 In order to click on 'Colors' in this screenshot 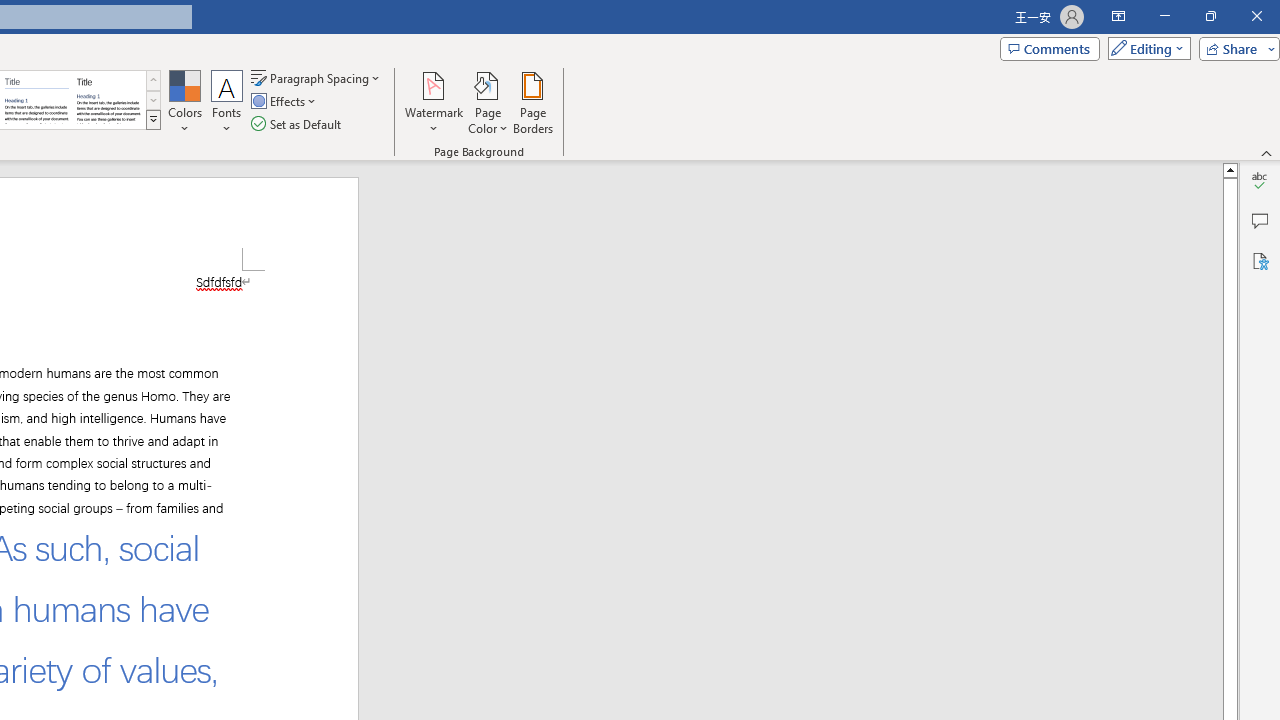, I will do `click(184, 103)`.